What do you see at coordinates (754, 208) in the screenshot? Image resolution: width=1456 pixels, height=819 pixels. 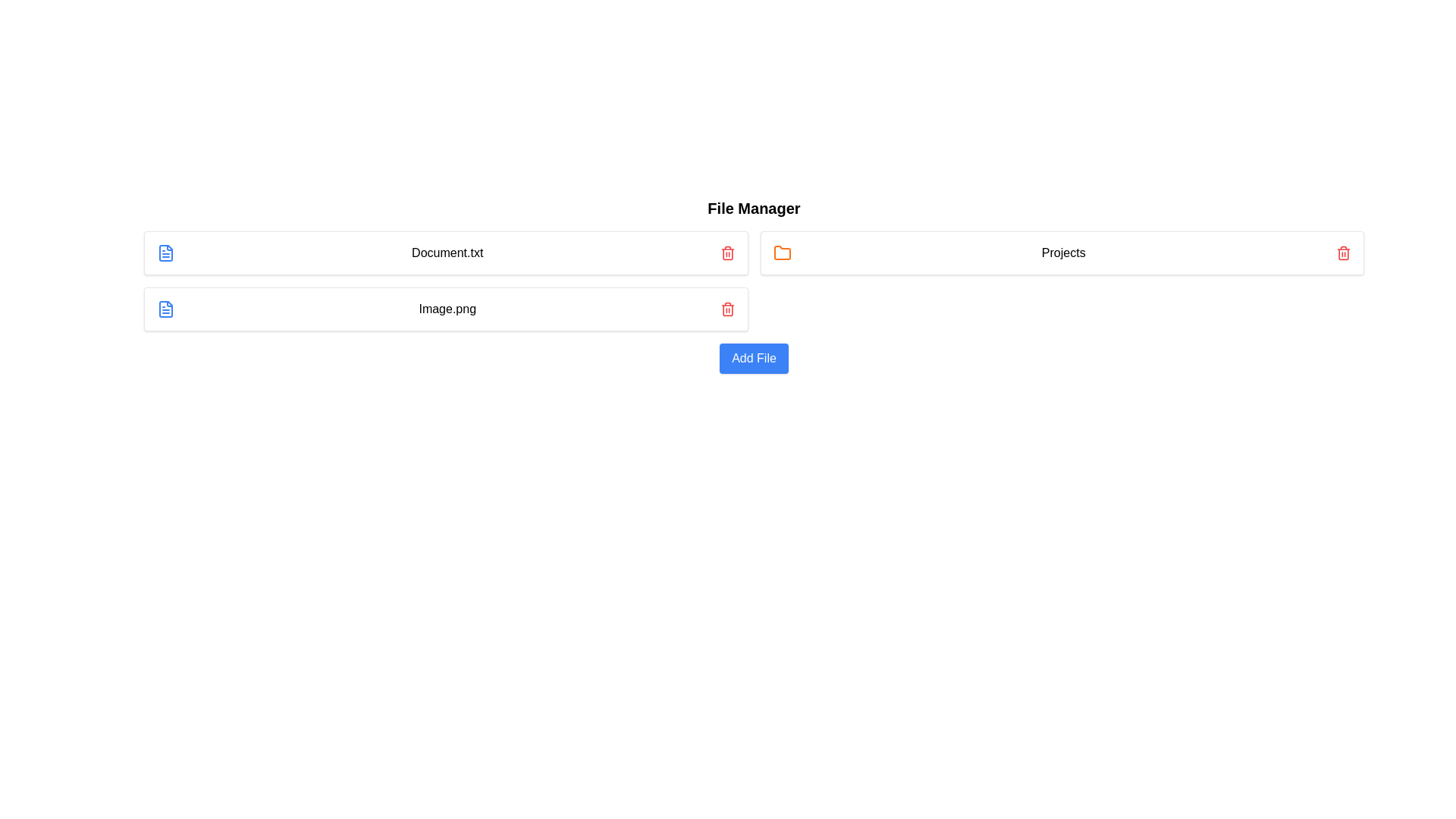 I see `the 'File Manager' text label, which is bold and large, positioned at the upper section of the interface, above other elements` at bounding box center [754, 208].